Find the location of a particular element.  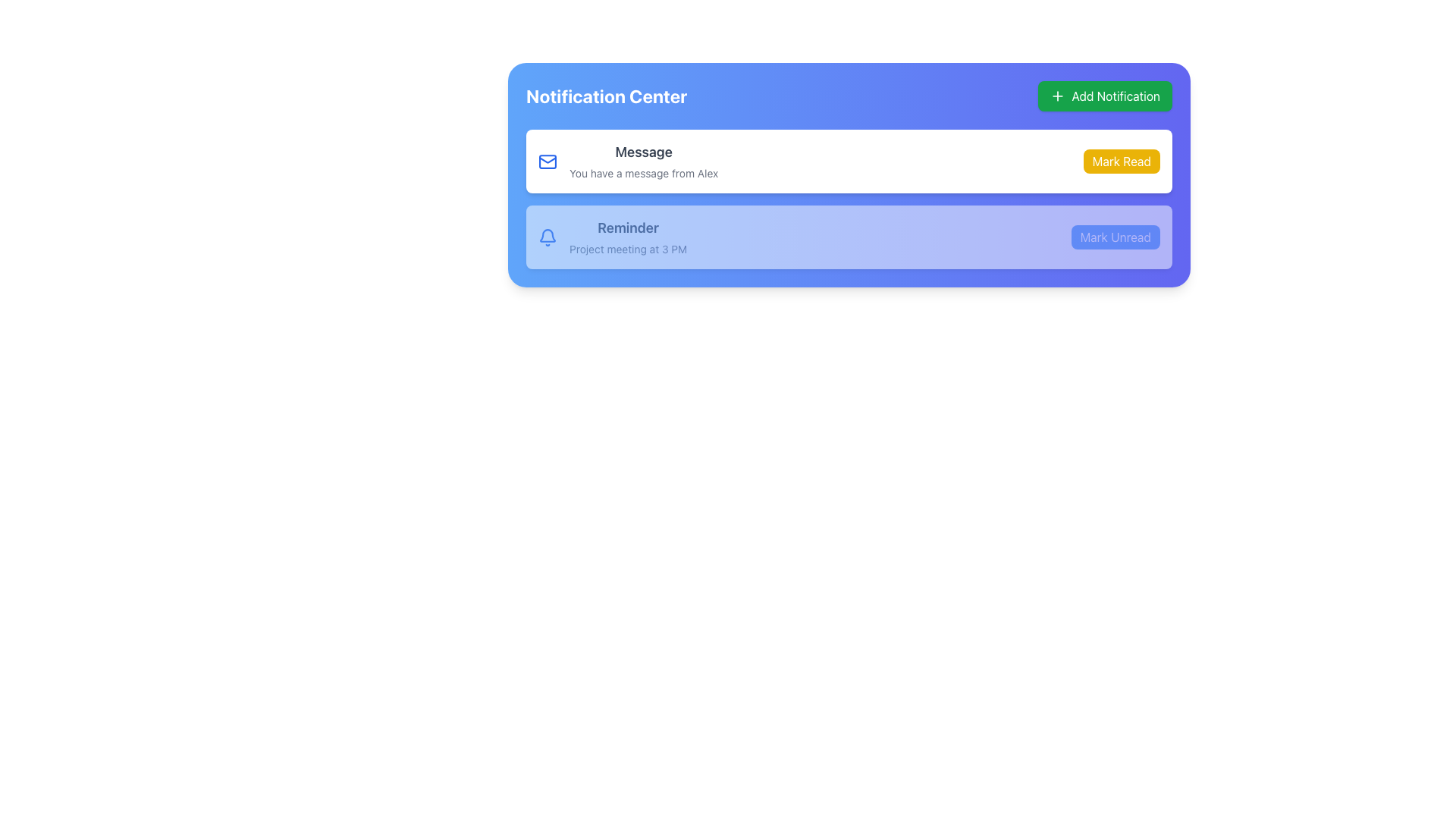

the Text Label that acts as a title for the notification card in the Notification Center interface, positioned near the top of the white card and adjacent to the envelope icon is located at coordinates (644, 152).